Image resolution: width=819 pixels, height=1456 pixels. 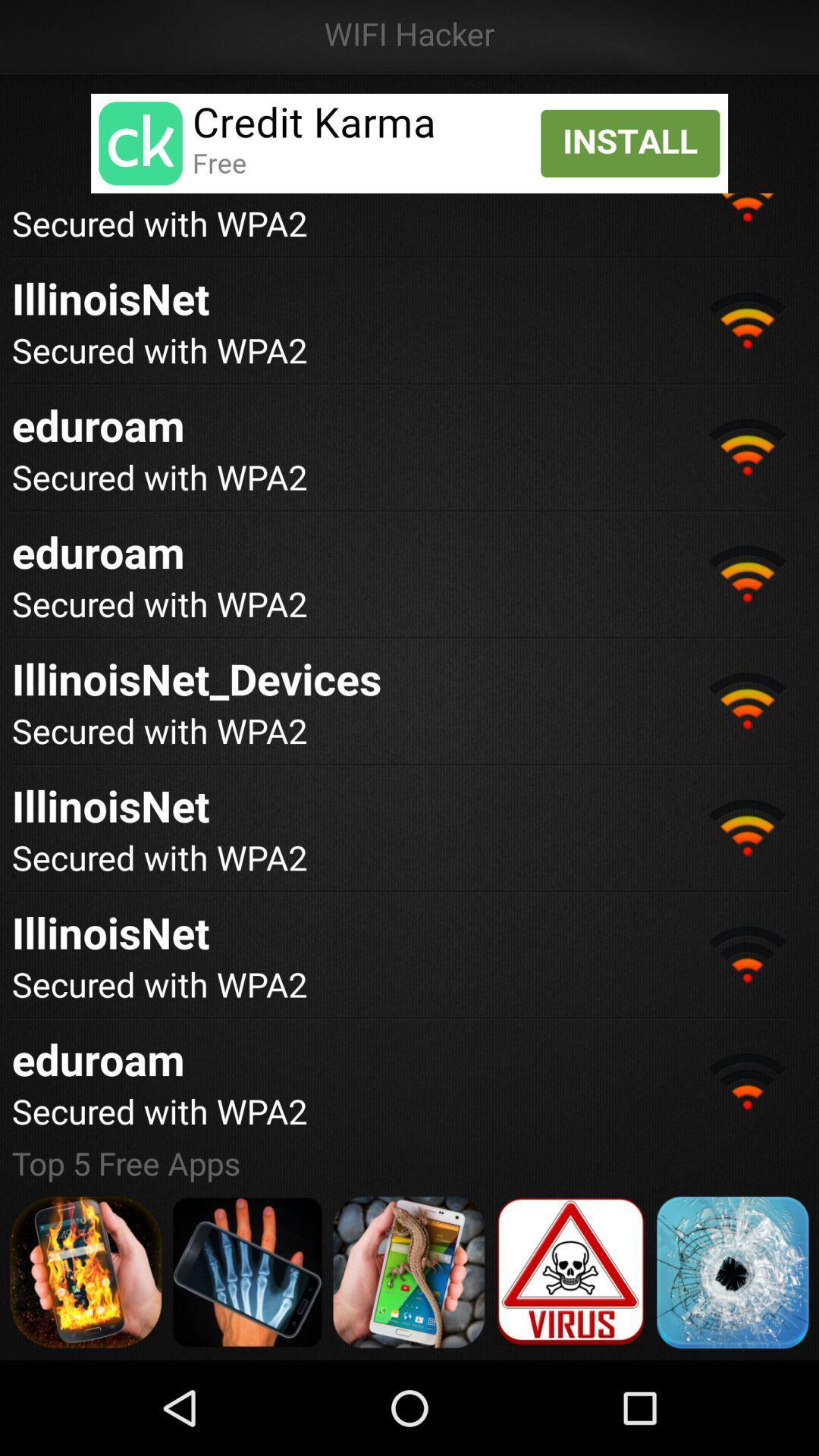 What do you see at coordinates (246, 1272) in the screenshot?
I see `game page` at bounding box center [246, 1272].